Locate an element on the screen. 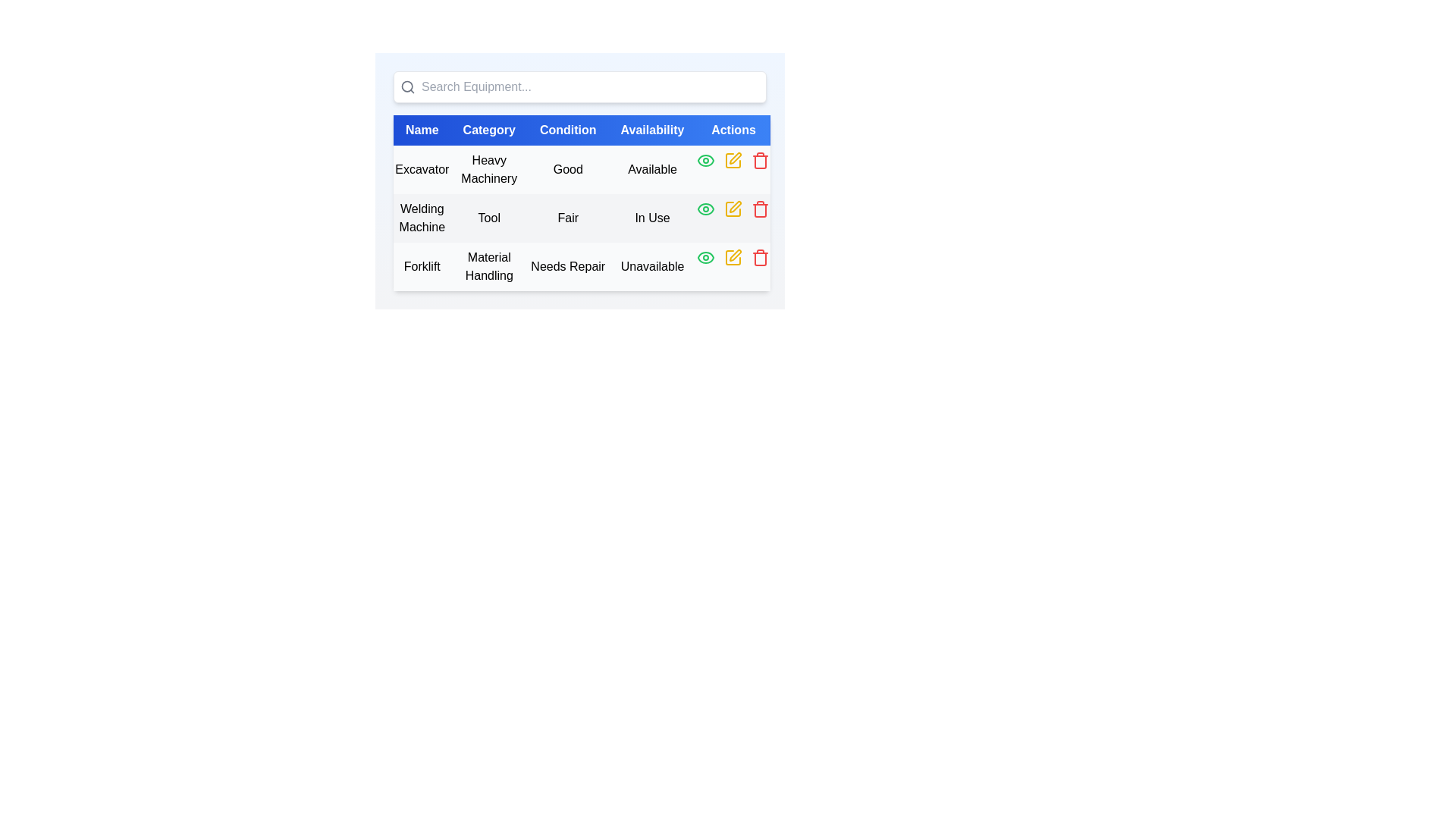 This screenshot has width=1456, height=819. the Text label that displays the condition status of the Welding Machine, located in the third column of the second row of the table, next to the 'Tool' label on the left and 'In Use' label on the right is located at coordinates (567, 218).